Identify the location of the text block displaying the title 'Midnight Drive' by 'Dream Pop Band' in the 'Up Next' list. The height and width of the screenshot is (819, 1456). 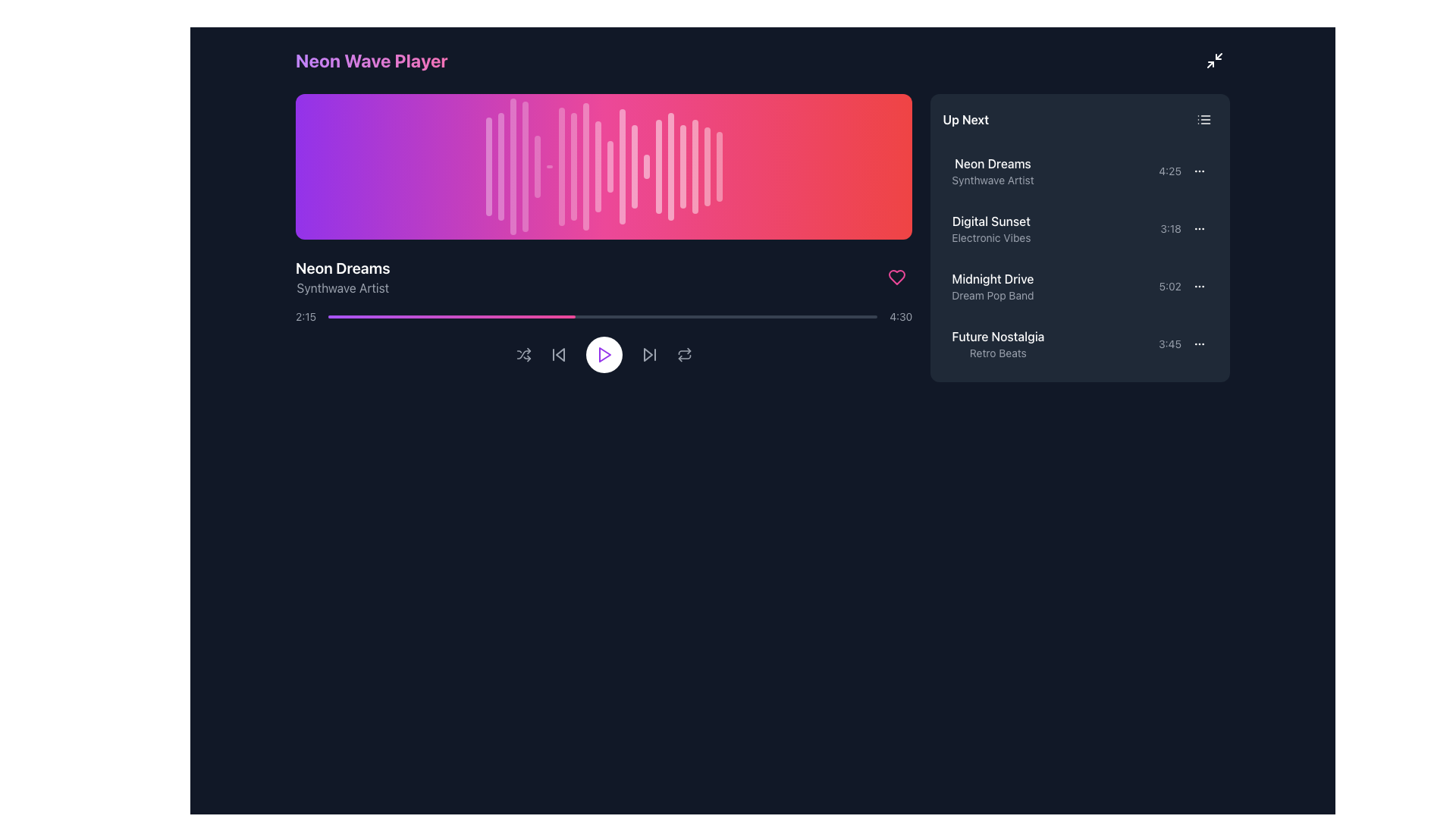
(993, 287).